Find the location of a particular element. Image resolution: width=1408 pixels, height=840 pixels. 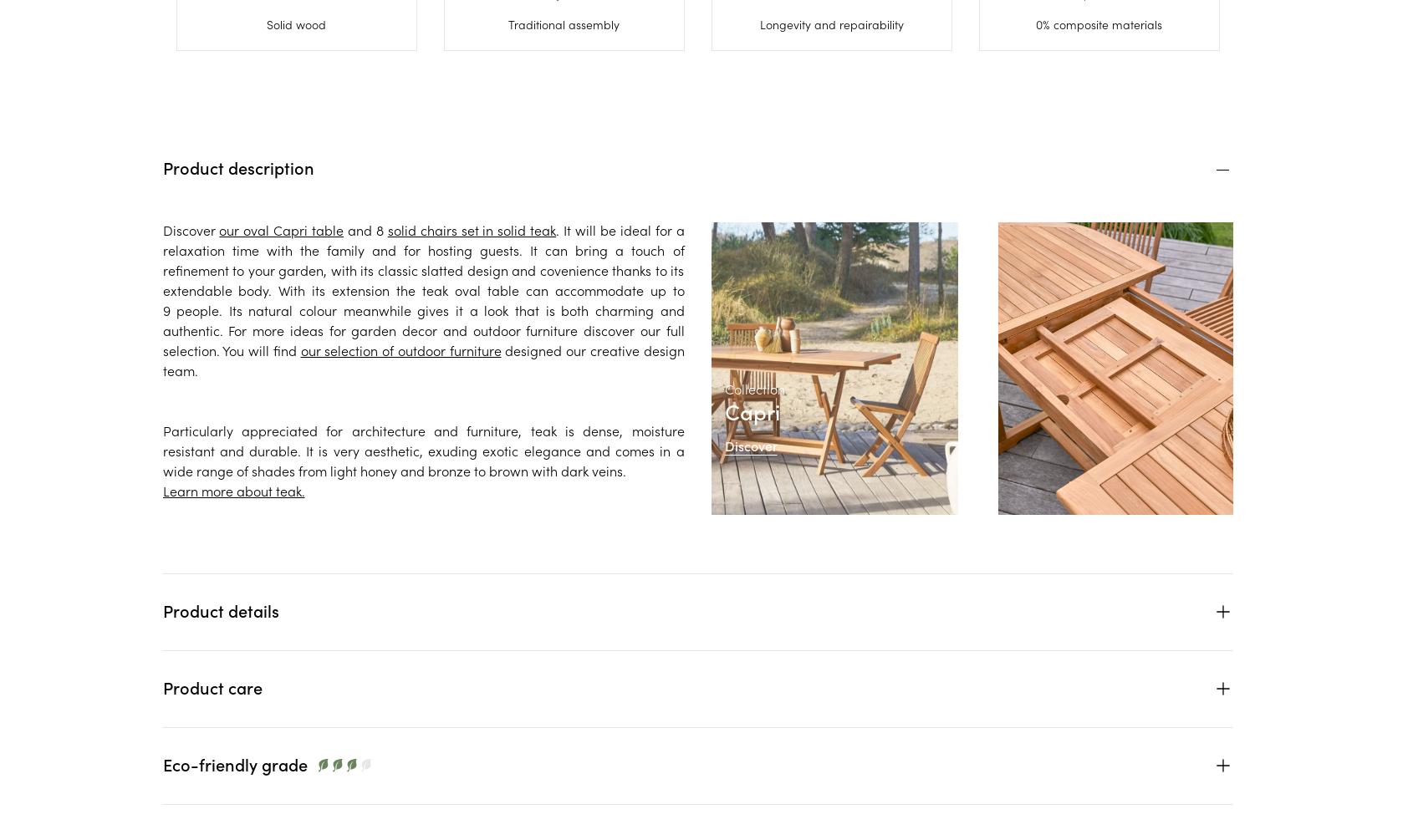

'our selection of outdoor furniture' is located at coordinates (399, 350).